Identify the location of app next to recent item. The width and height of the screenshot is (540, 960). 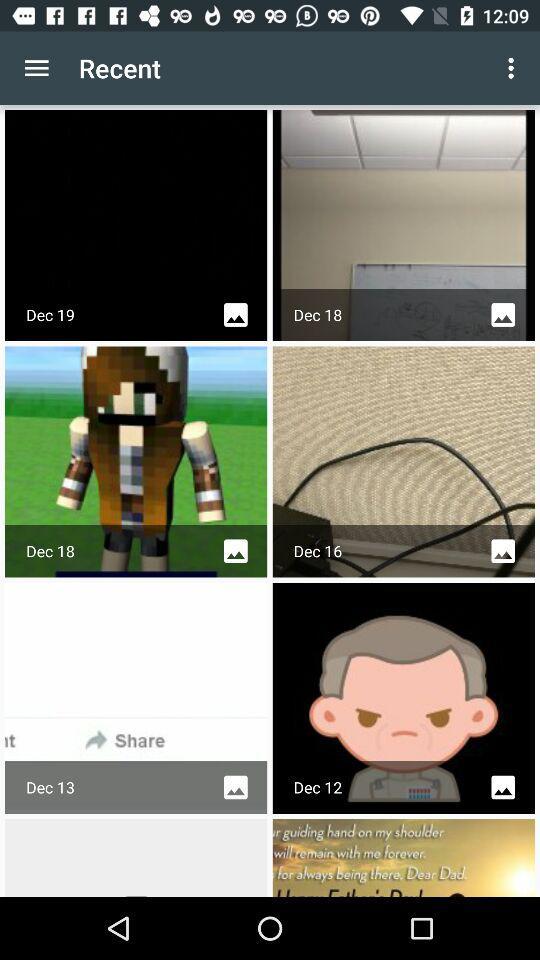
(513, 68).